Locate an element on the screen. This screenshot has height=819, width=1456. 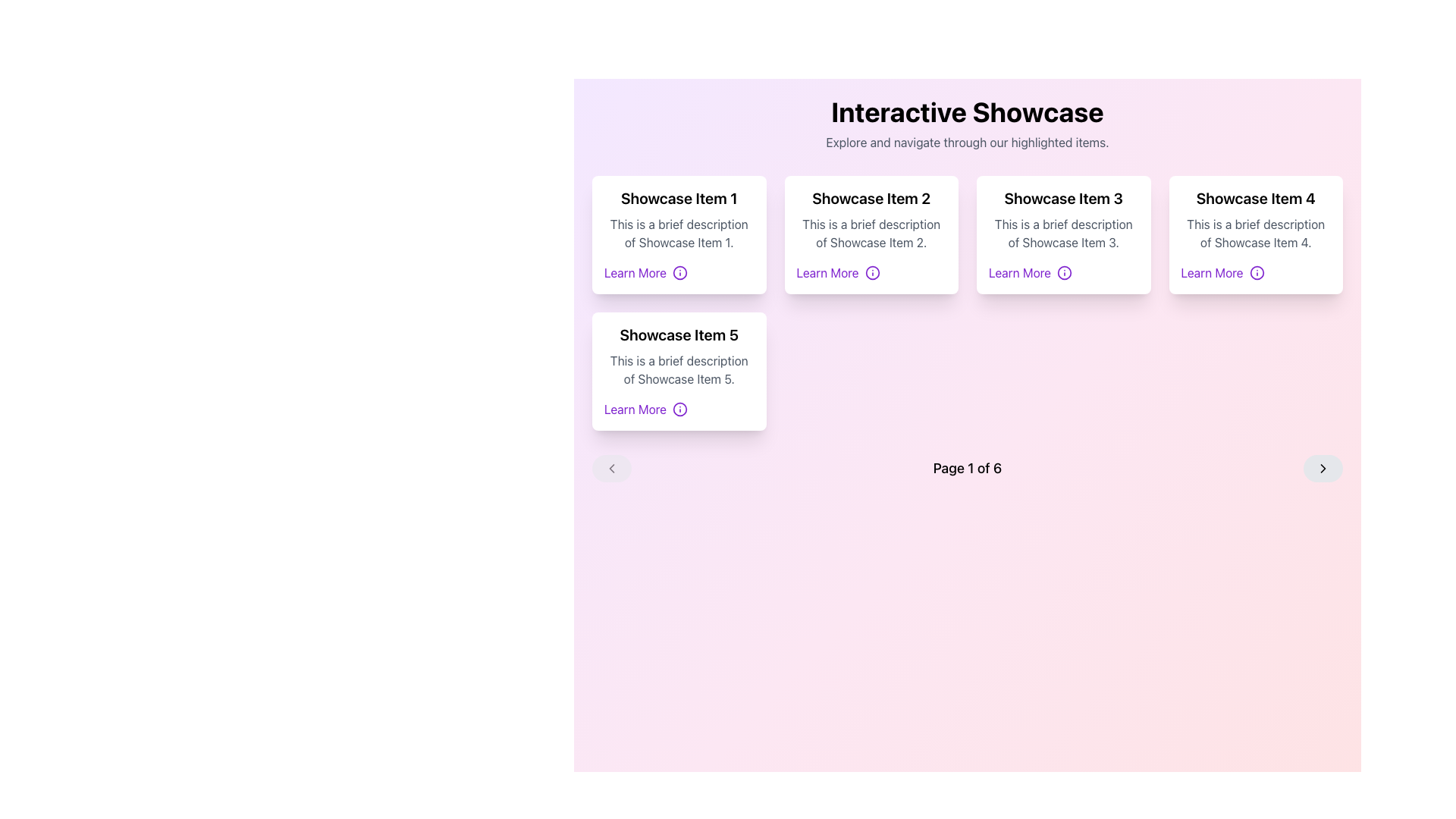
the text located inside the fourth card of the rightmost column in the top row of the grid, below the title 'Showcase Item 4' is located at coordinates (1256, 234).